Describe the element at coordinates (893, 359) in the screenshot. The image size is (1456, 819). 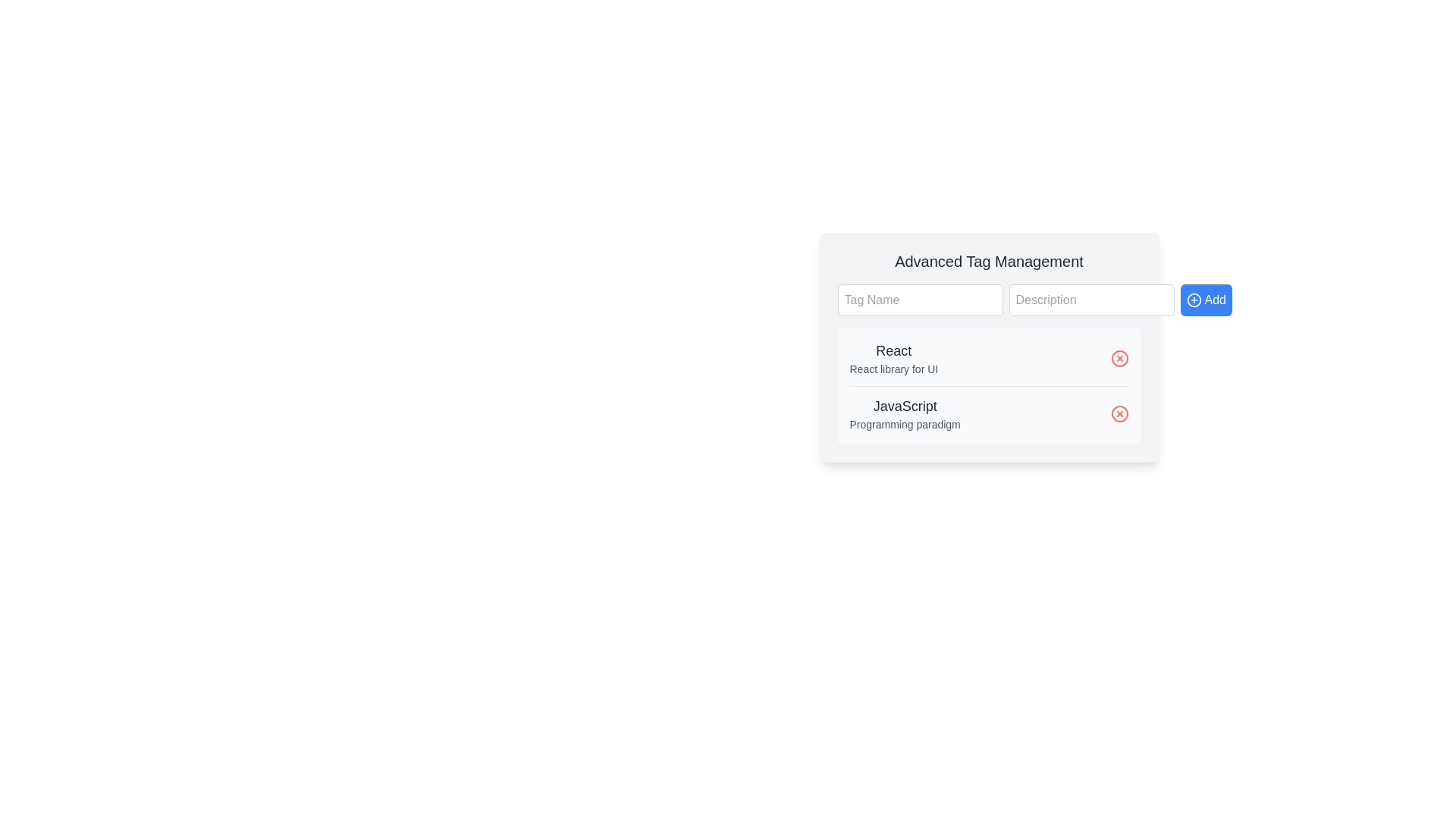
I see `the informational display element labeled 'React' which features a bold title and a lighter description, located in the 'Advanced Tag Management' section above the 'JavaScript' item` at that location.